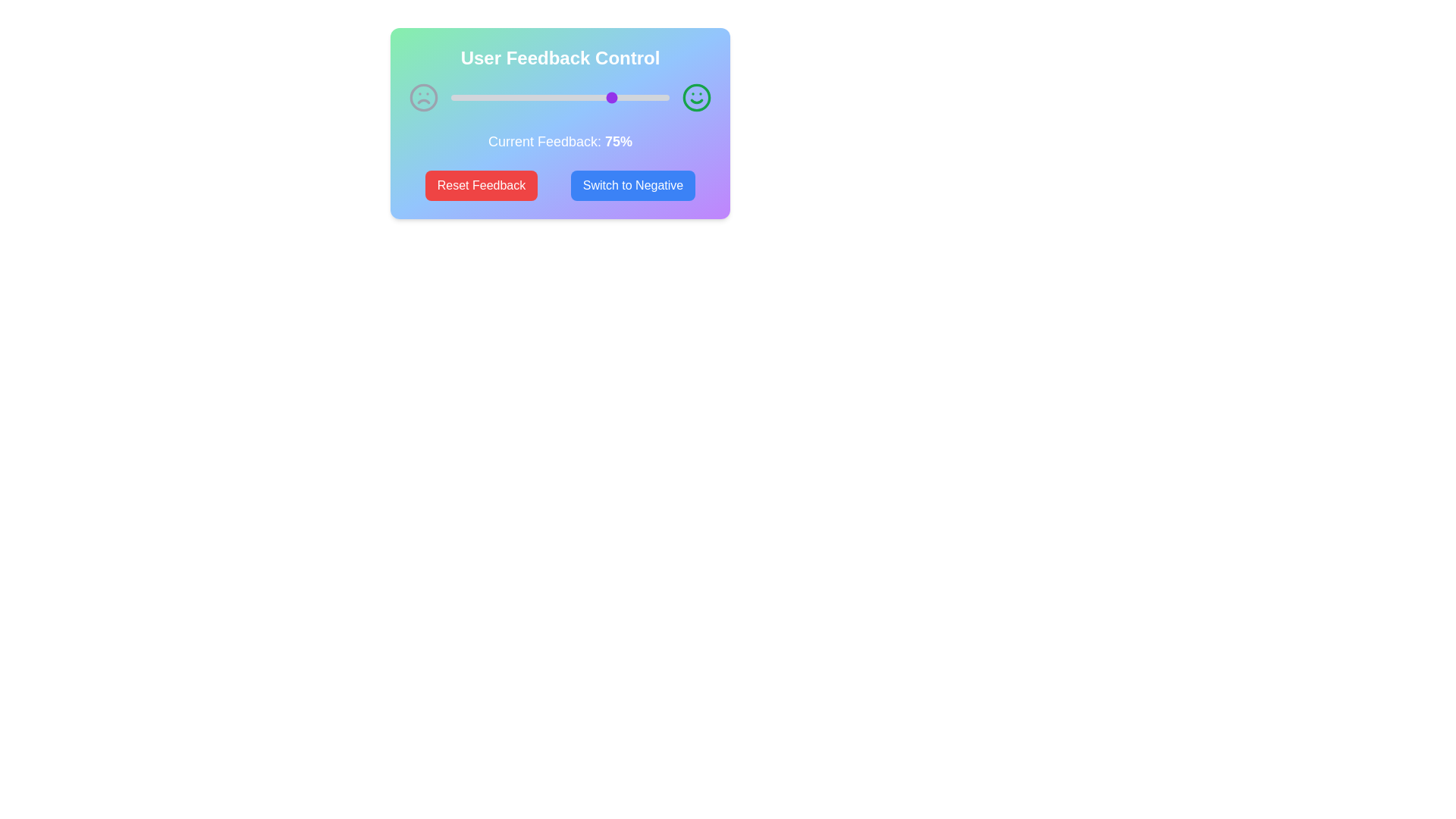 The height and width of the screenshot is (819, 1456). Describe the element at coordinates (472, 97) in the screenshot. I see `the feedback slider to set the feedback percentage to 10` at that location.